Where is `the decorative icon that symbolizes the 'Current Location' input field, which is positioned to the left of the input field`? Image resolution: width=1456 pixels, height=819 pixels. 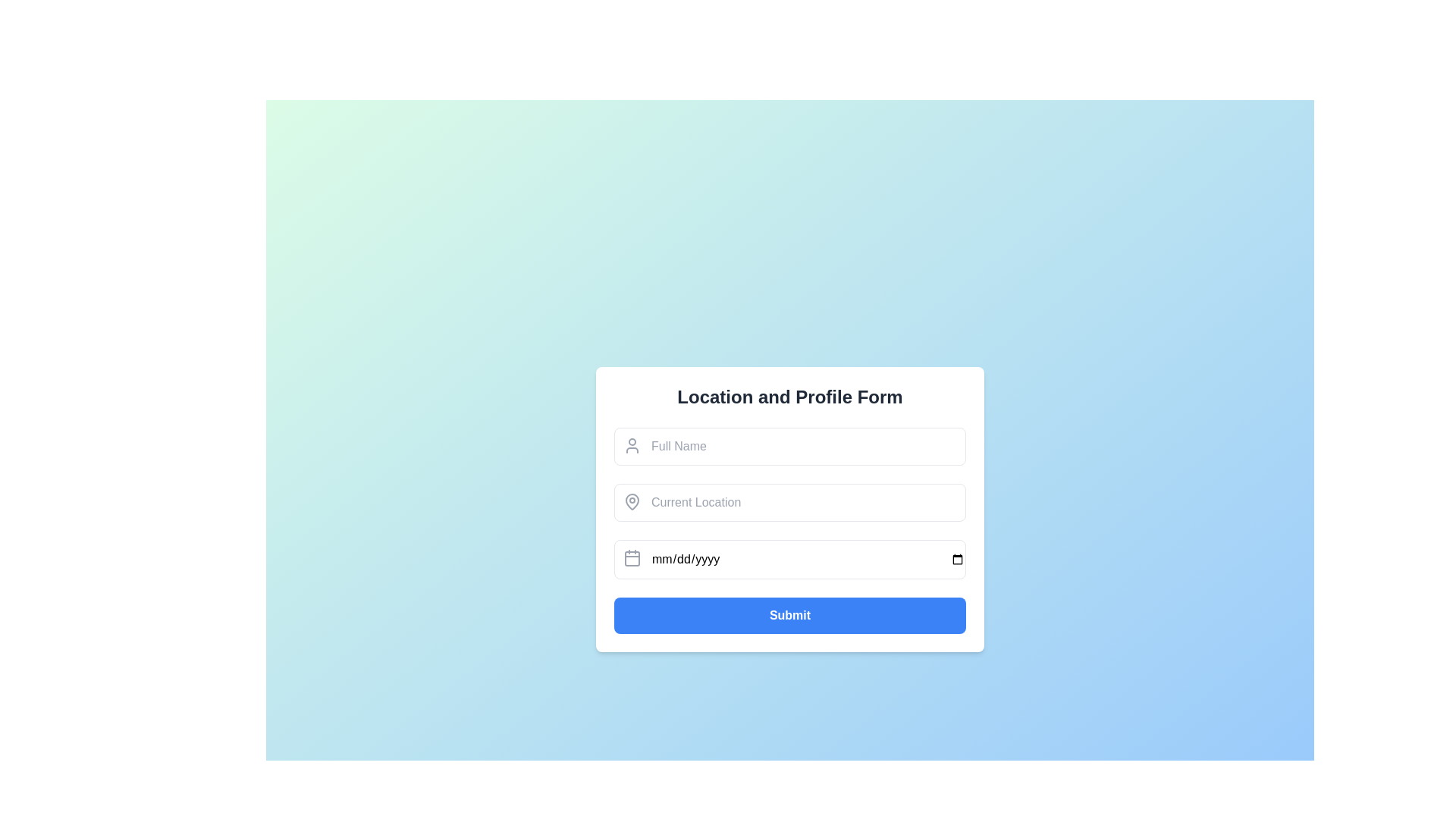
the decorative icon that symbolizes the 'Current Location' input field, which is positioned to the left of the input field is located at coordinates (632, 500).